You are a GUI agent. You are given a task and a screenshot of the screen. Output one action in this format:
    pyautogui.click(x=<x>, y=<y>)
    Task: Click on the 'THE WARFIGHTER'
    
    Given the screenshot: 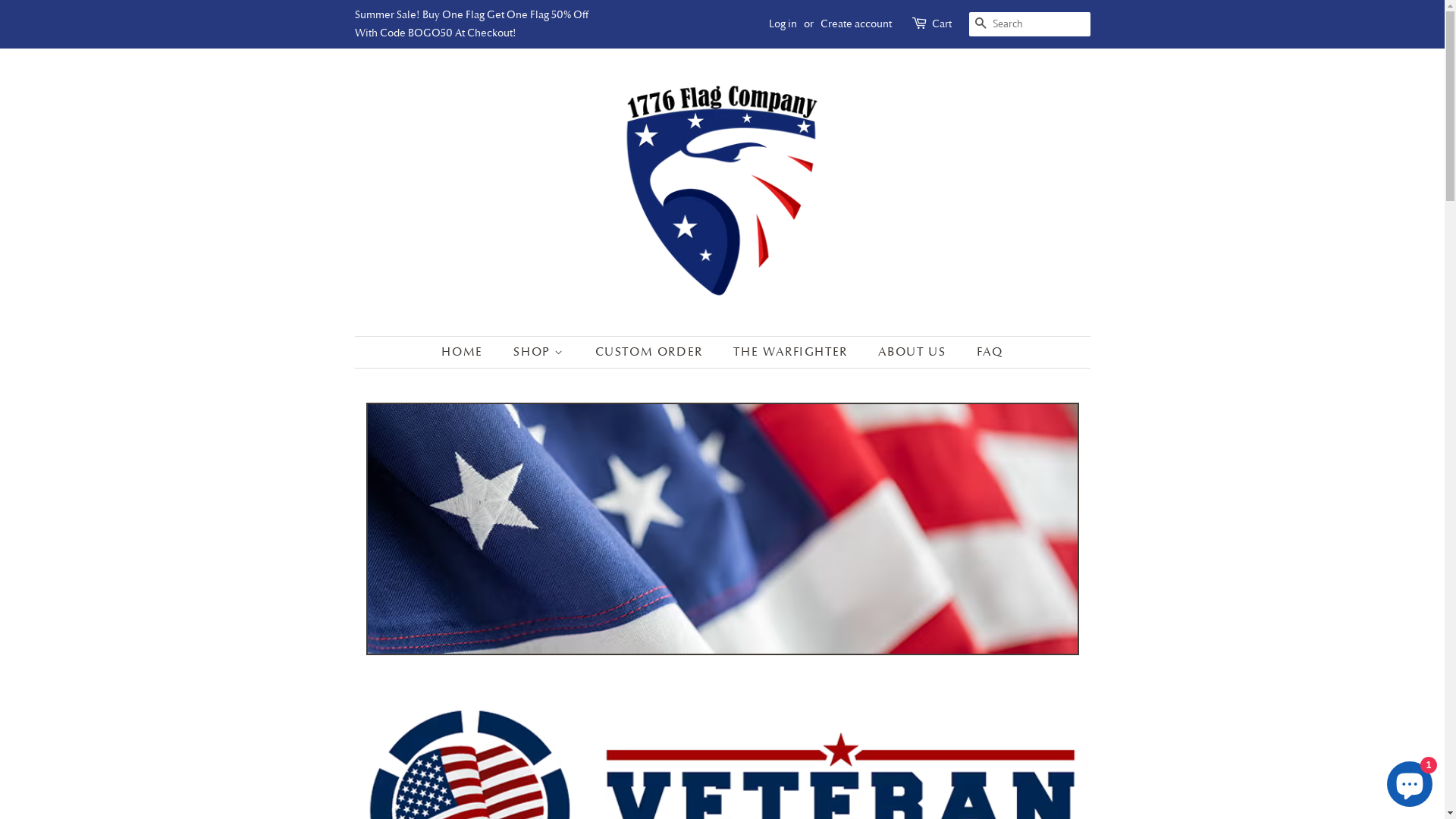 What is the action you would take?
    pyautogui.click(x=791, y=352)
    